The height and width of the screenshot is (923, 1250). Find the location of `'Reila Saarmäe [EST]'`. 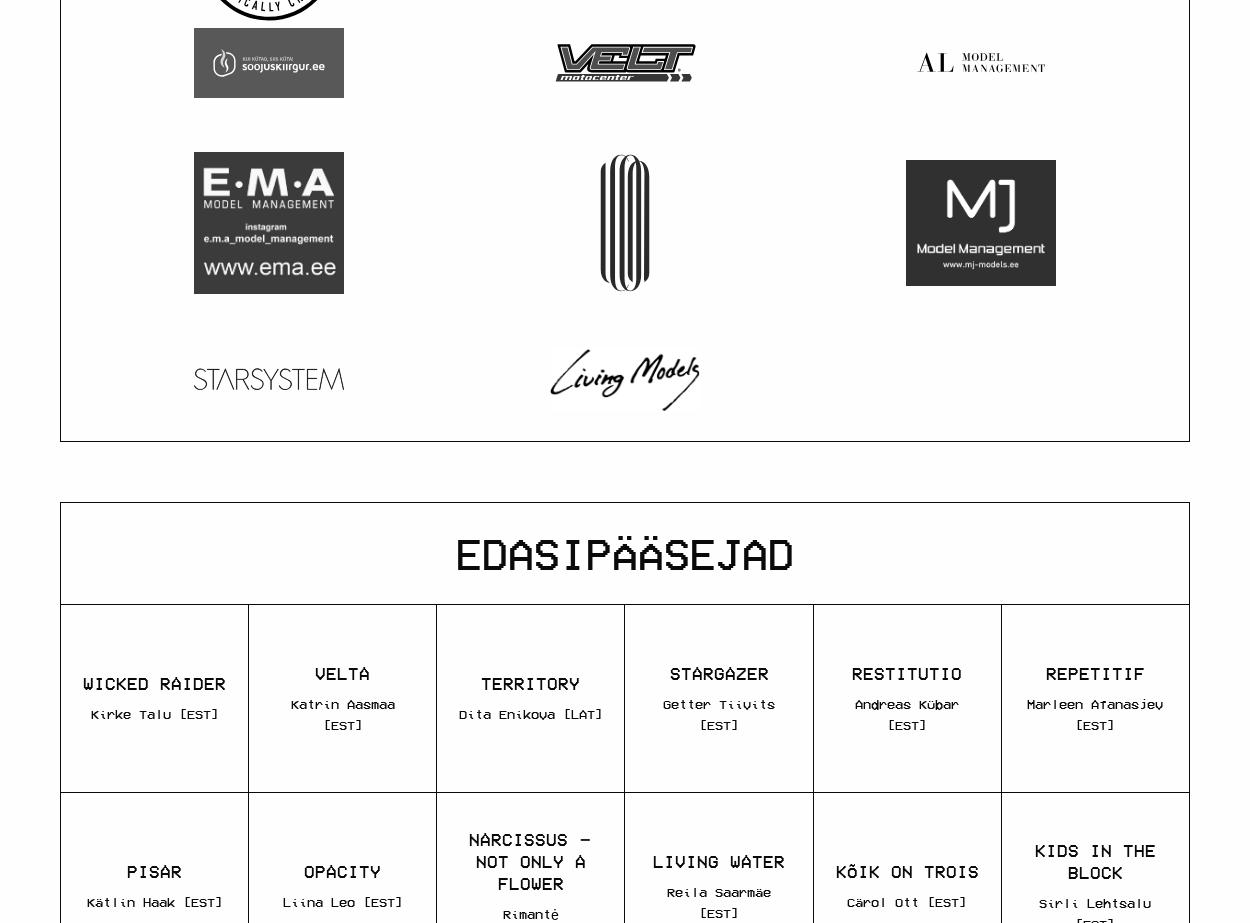

'Reila Saarmäe [EST]' is located at coordinates (667, 900).